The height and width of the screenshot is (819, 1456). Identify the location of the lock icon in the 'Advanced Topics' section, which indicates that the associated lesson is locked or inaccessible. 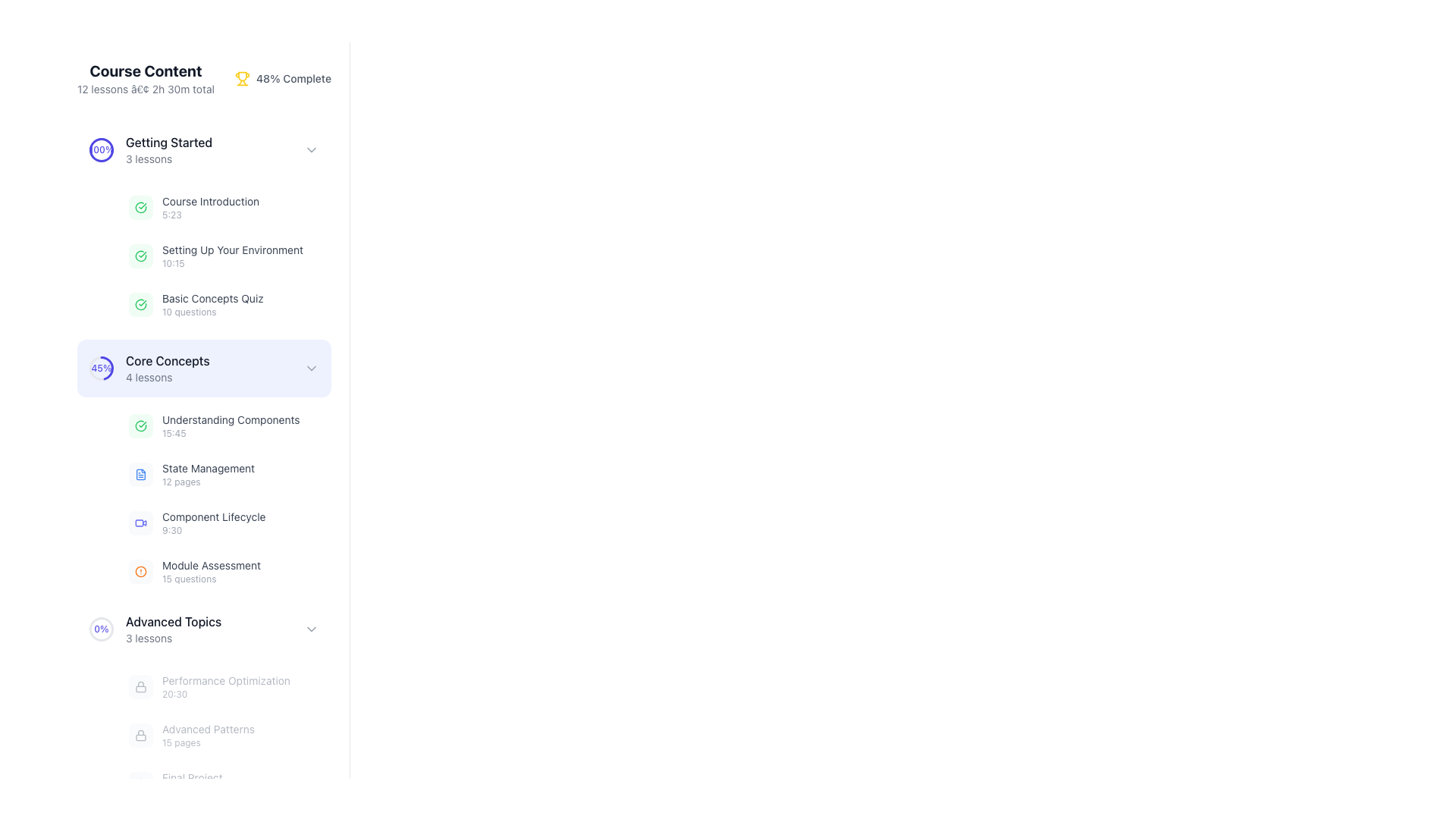
(141, 687).